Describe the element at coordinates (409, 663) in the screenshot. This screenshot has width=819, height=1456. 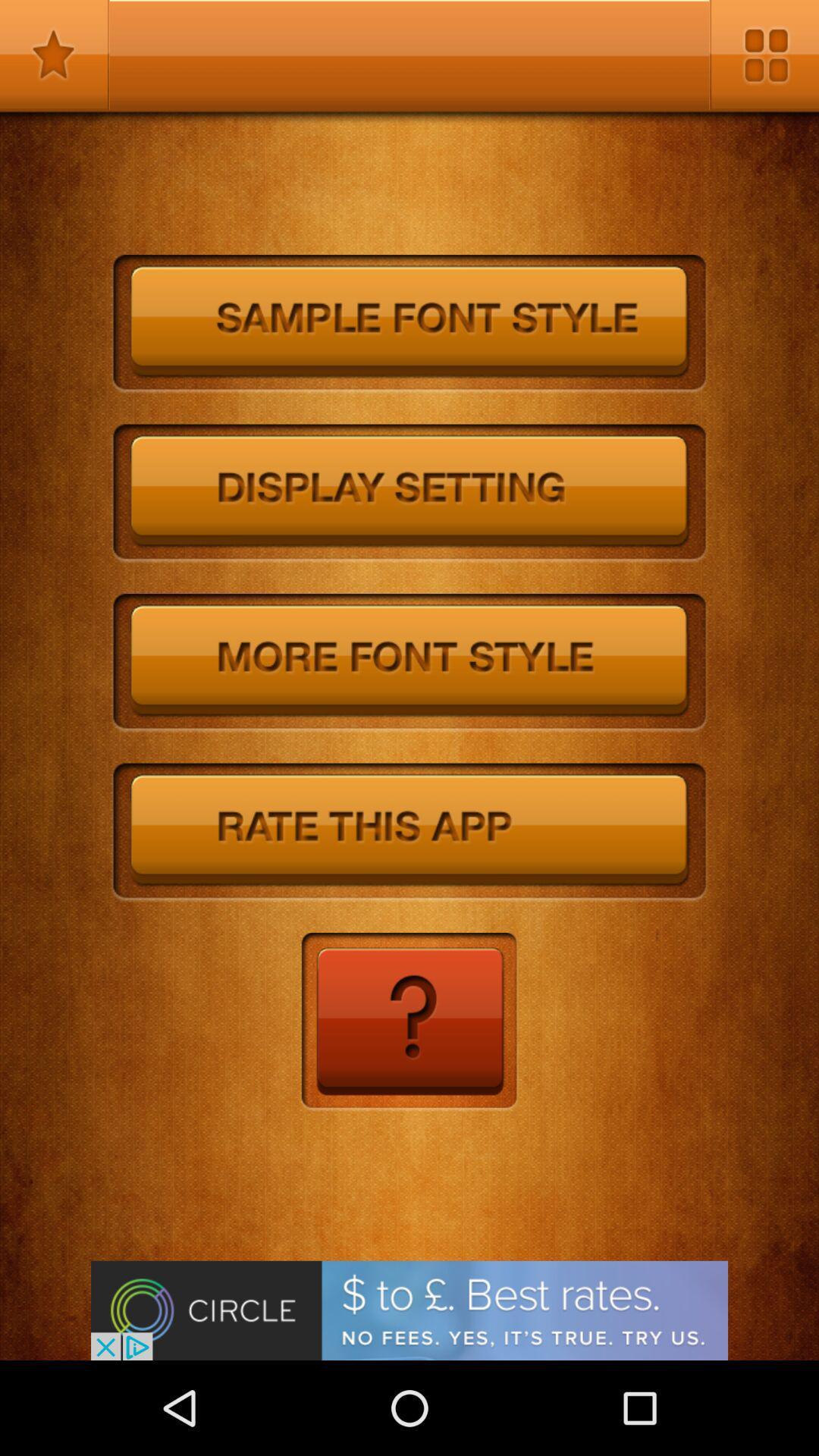
I see `more font style option` at that location.